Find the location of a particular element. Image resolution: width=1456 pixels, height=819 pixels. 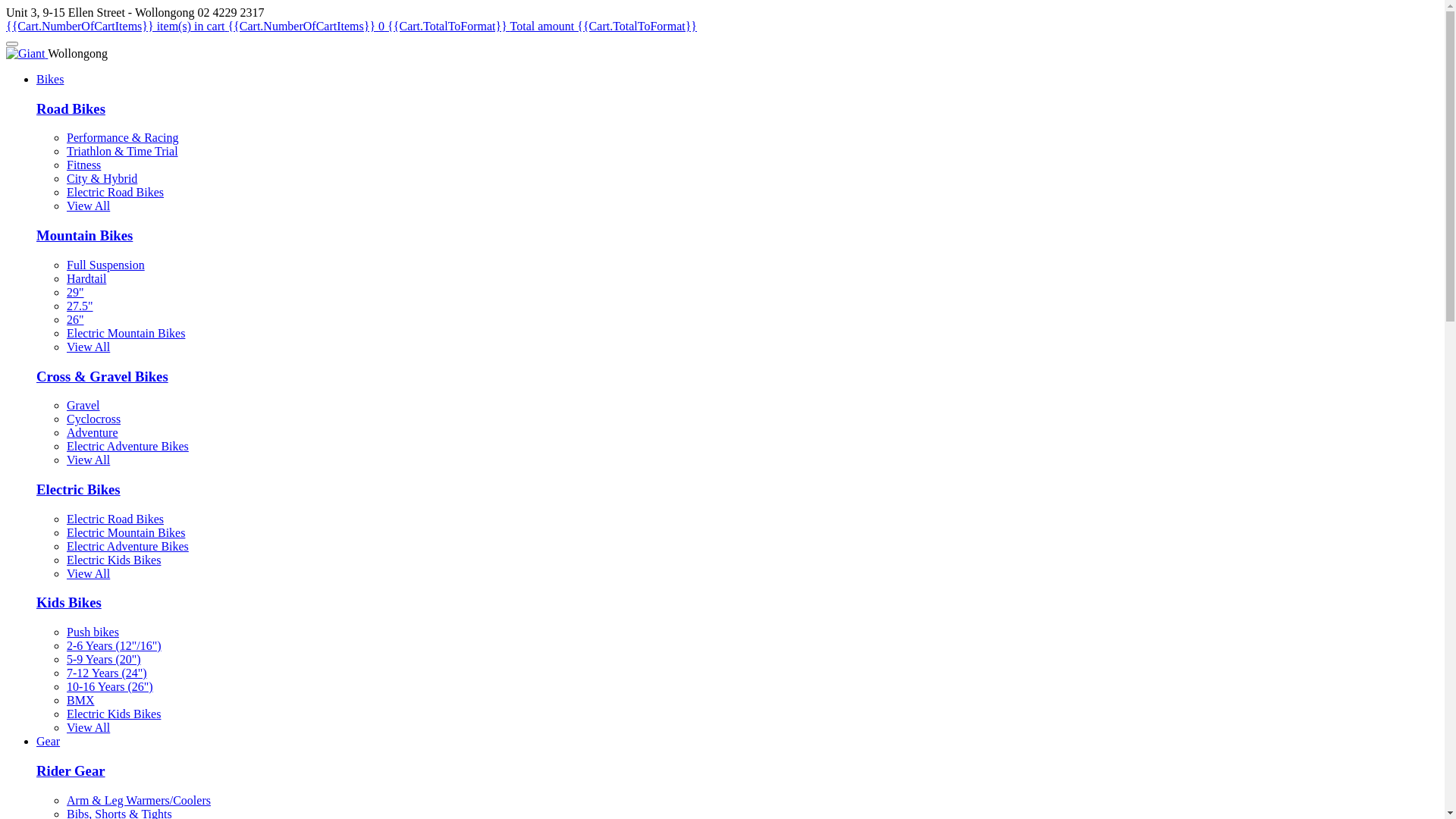

'Fitness' is located at coordinates (83, 165).